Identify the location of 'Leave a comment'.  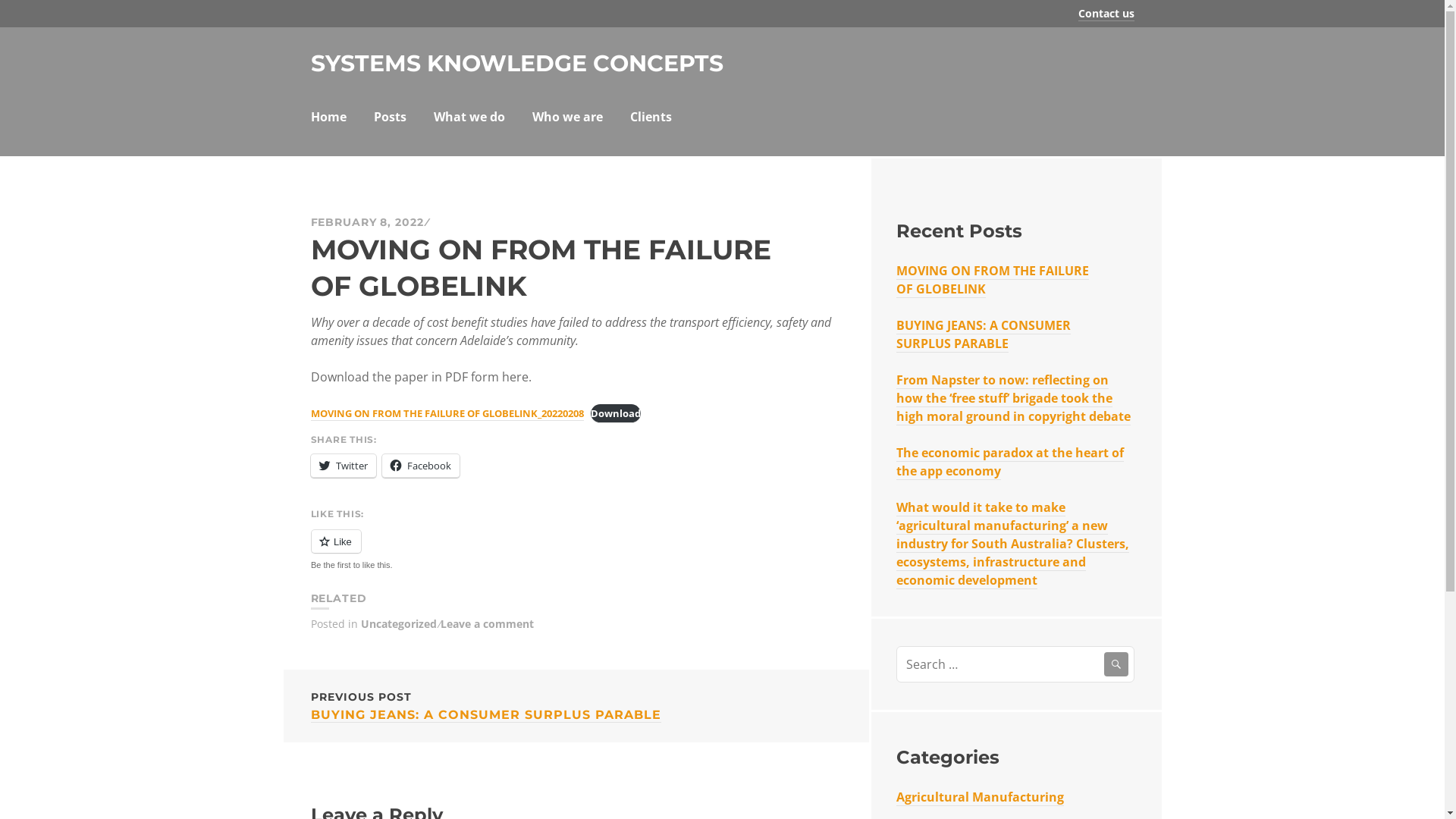
(439, 623).